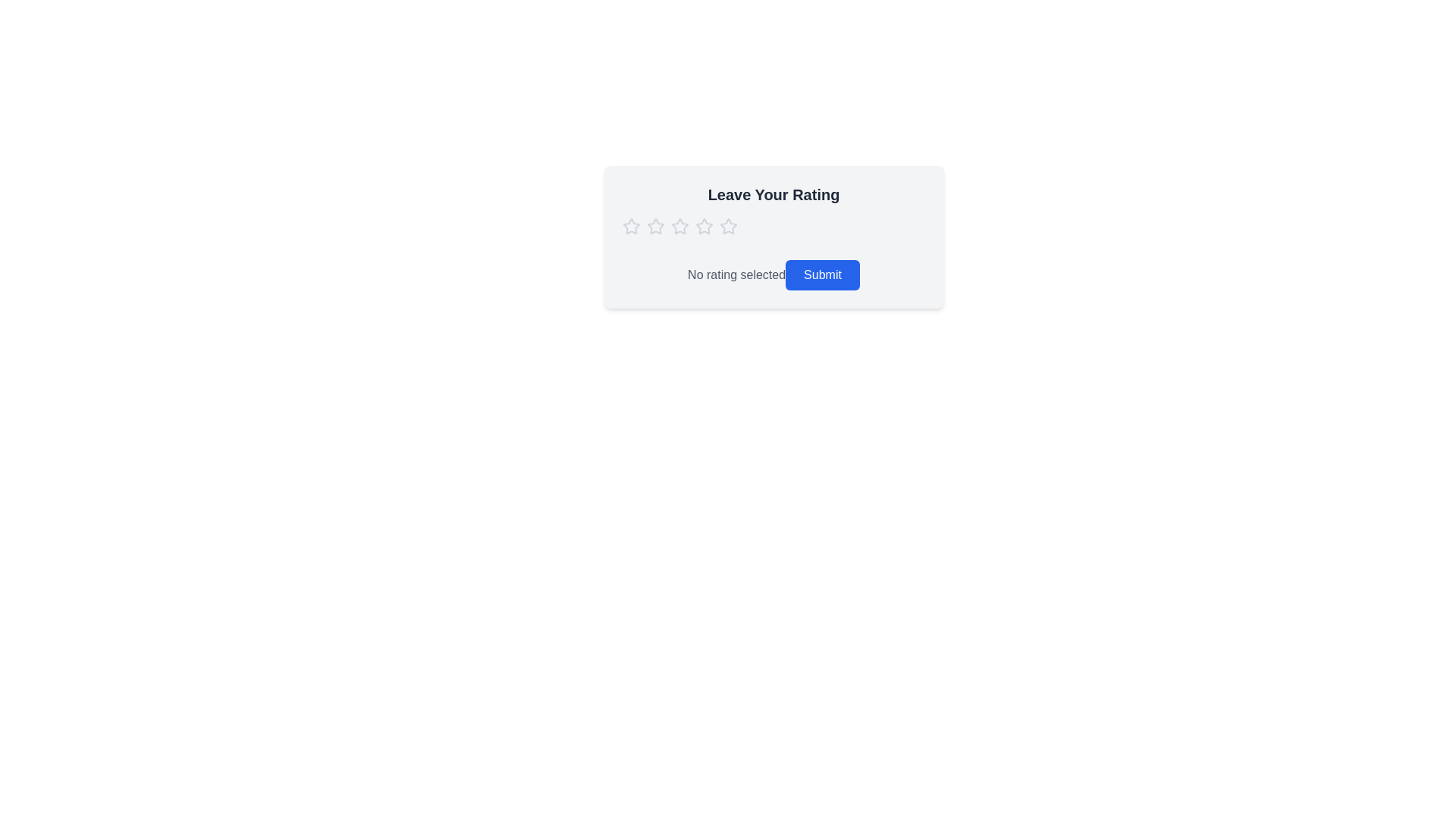  I want to click on the first star-shaped rating icon, which represents the one-star rating option in the 'Leave Your Rating' interface panel, so click(655, 226).